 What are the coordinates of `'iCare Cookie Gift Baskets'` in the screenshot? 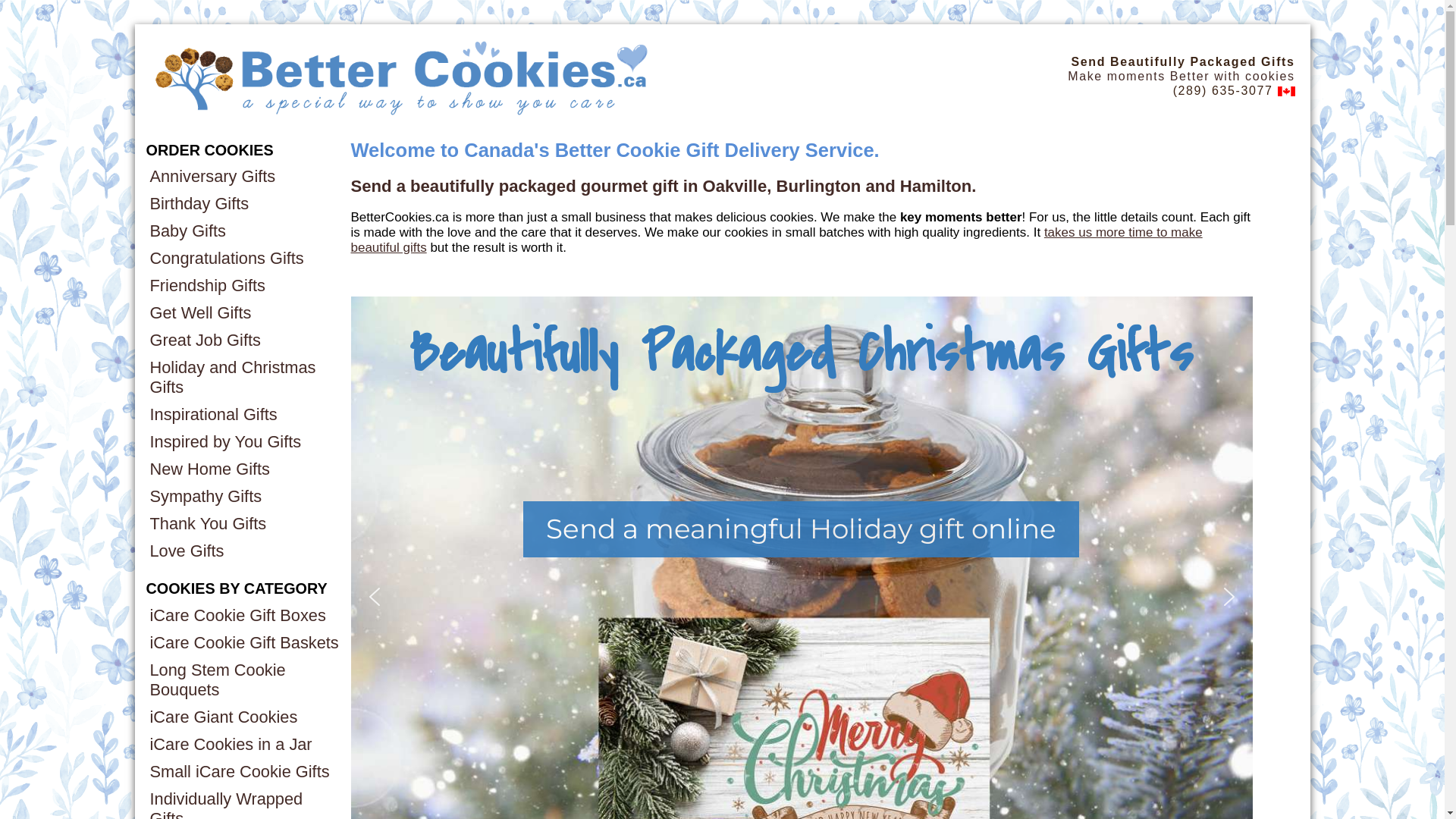 It's located at (243, 643).